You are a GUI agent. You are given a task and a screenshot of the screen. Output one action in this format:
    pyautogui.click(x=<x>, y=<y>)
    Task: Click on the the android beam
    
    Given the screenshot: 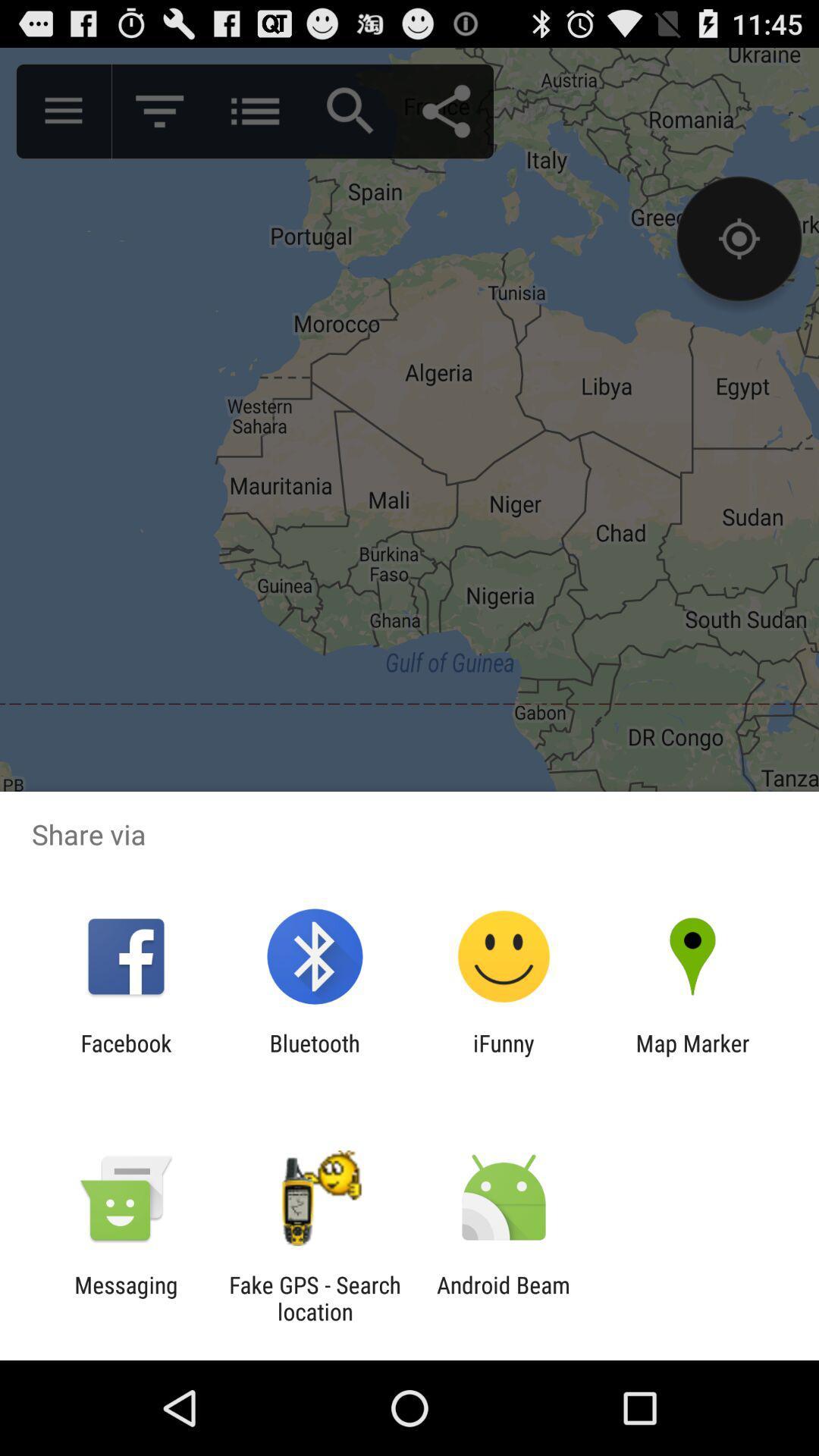 What is the action you would take?
    pyautogui.click(x=504, y=1298)
    